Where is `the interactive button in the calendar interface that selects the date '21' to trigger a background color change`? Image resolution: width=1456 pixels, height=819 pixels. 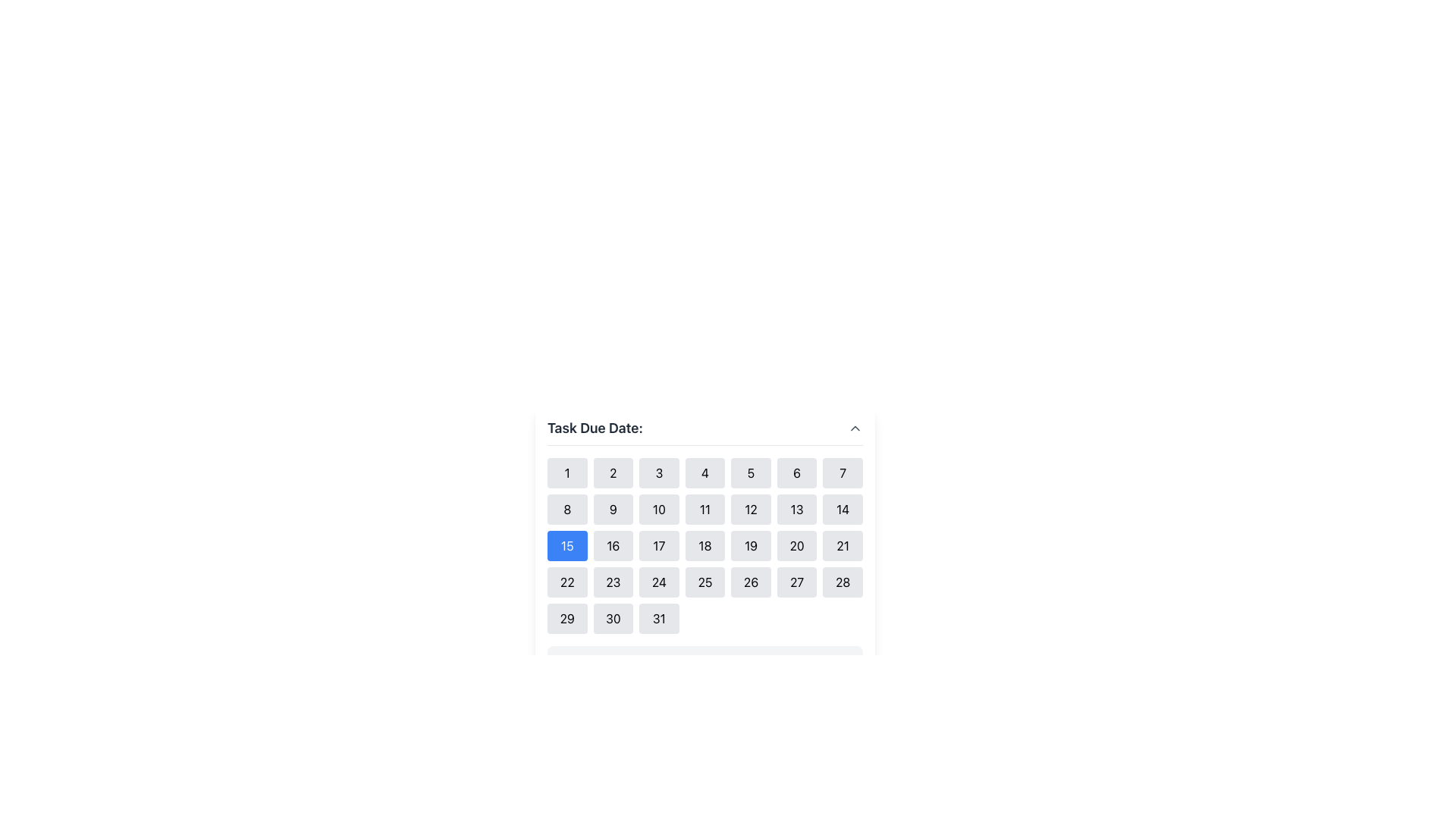 the interactive button in the calendar interface that selects the date '21' to trigger a background color change is located at coordinates (842, 546).